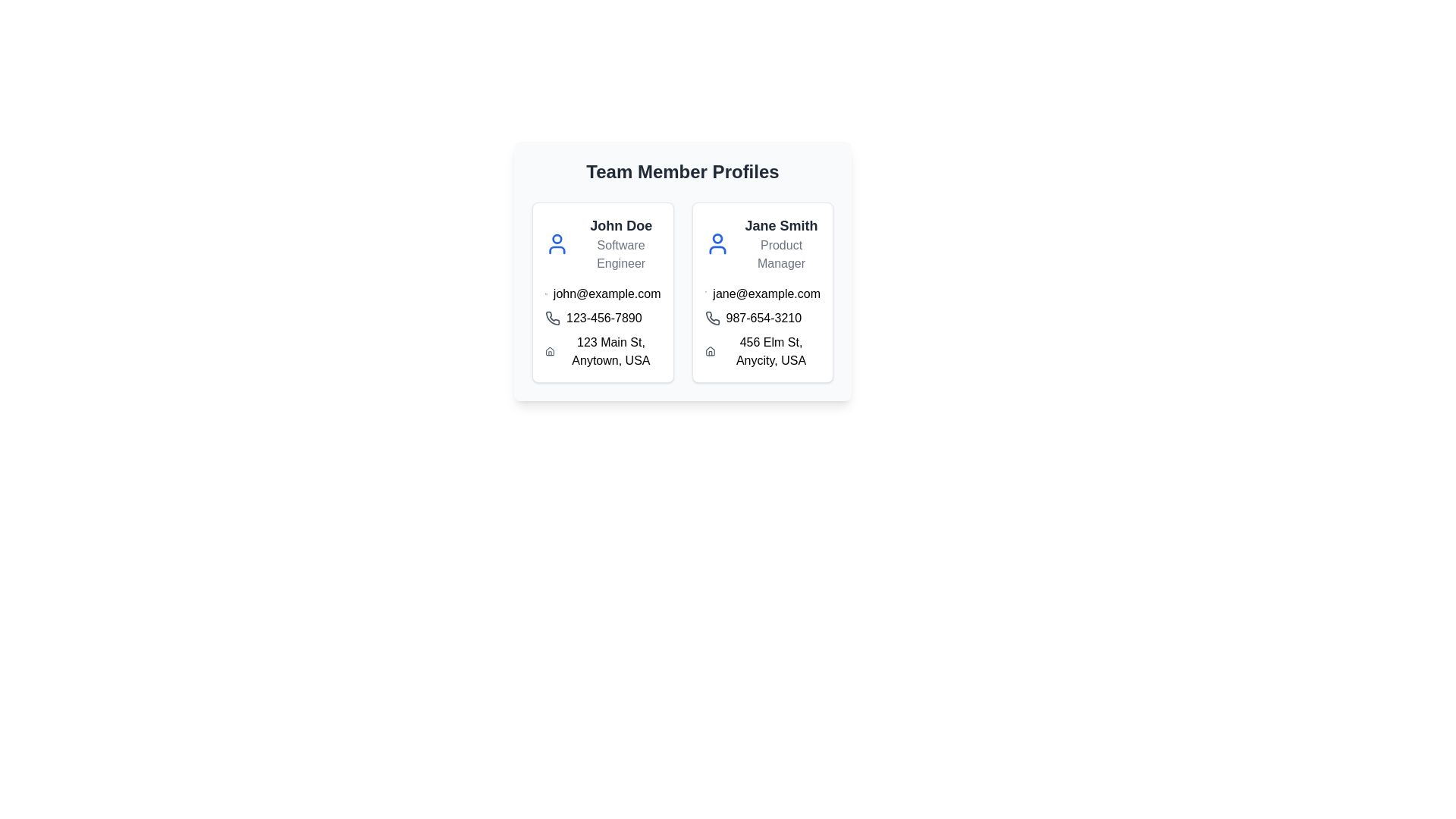 The height and width of the screenshot is (819, 1456). What do you see at coordinates (621, 243) in the screenshot?
I see `the Text Display element that shows 'John Doe' and 'Software Engineer', located in the left card of a two-card layout` at bounding box center [621, 243].